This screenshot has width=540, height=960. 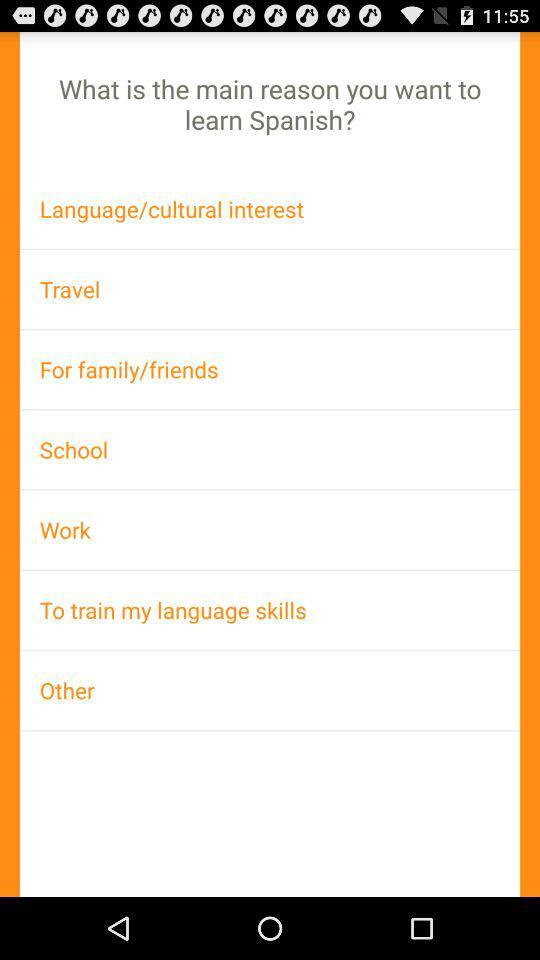 What do you see at coordinates (270, 528) in the screenshot?
I see `work app` at bounding box center [270, 528].